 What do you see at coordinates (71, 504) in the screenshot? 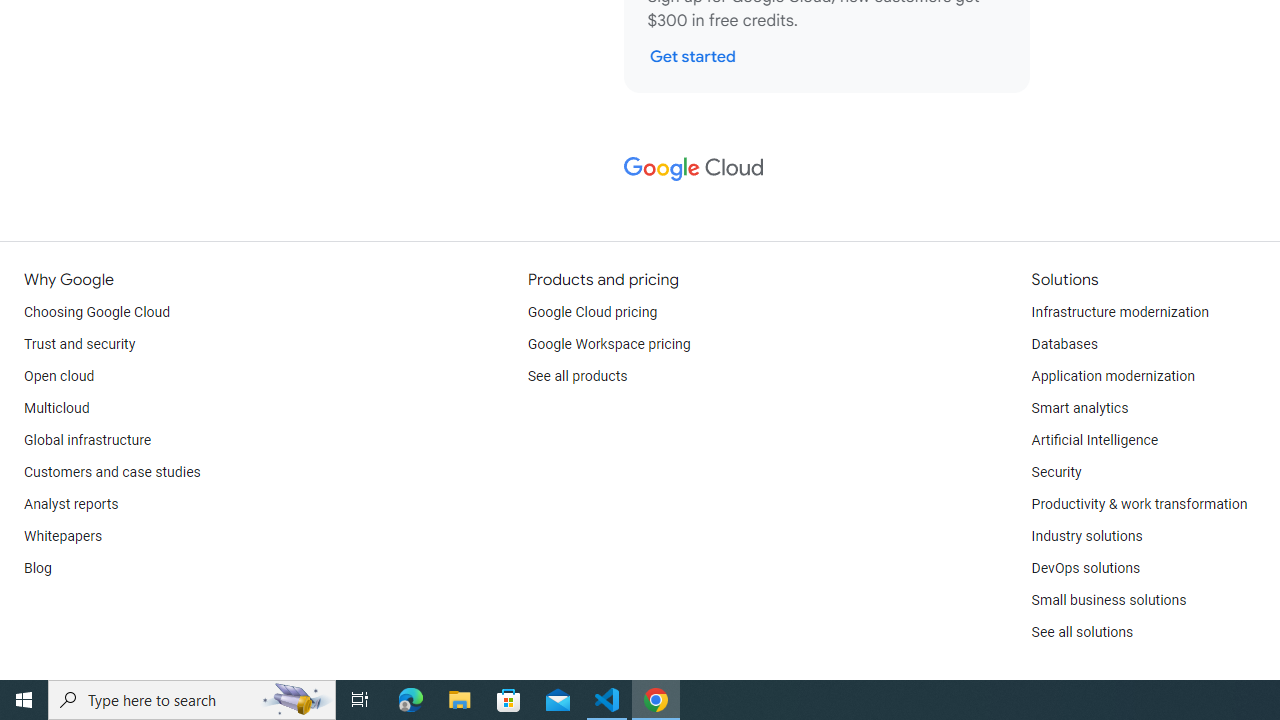
I see `'Analyst reports'` at bounding box center [71, 504].